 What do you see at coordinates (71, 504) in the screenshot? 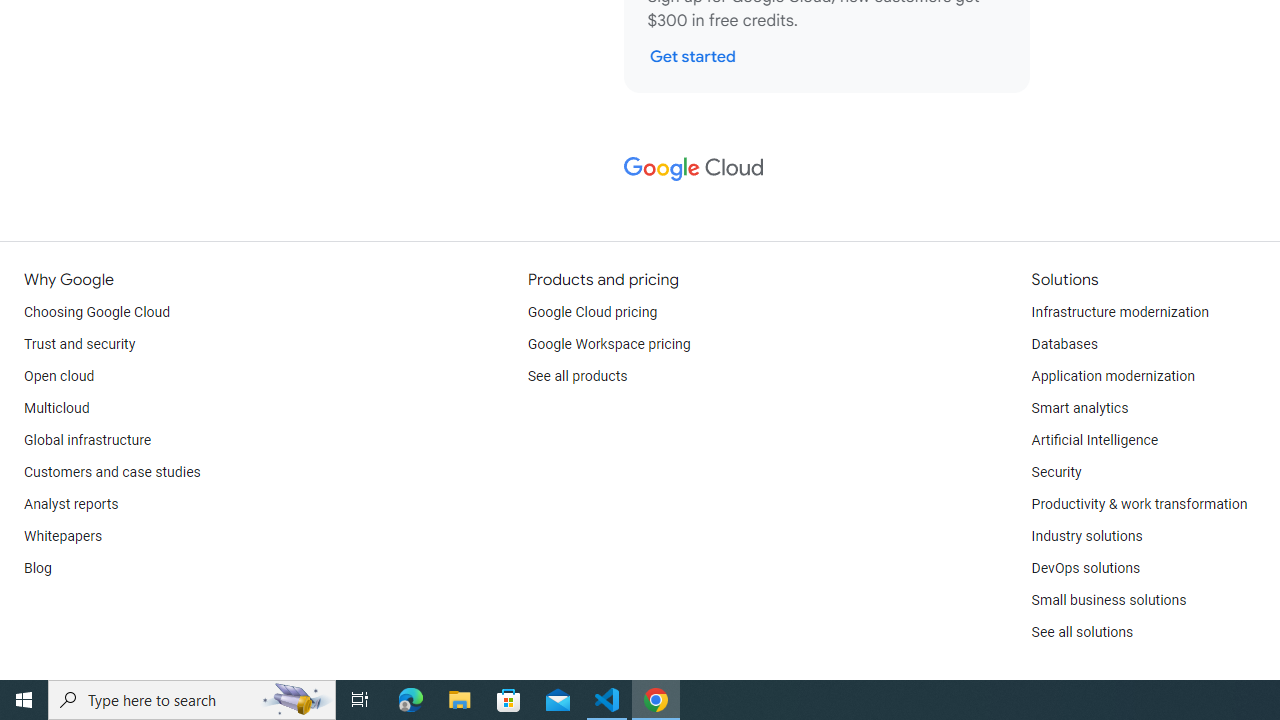
I see `'Analyst reports'` at bounding box center [71, 504].